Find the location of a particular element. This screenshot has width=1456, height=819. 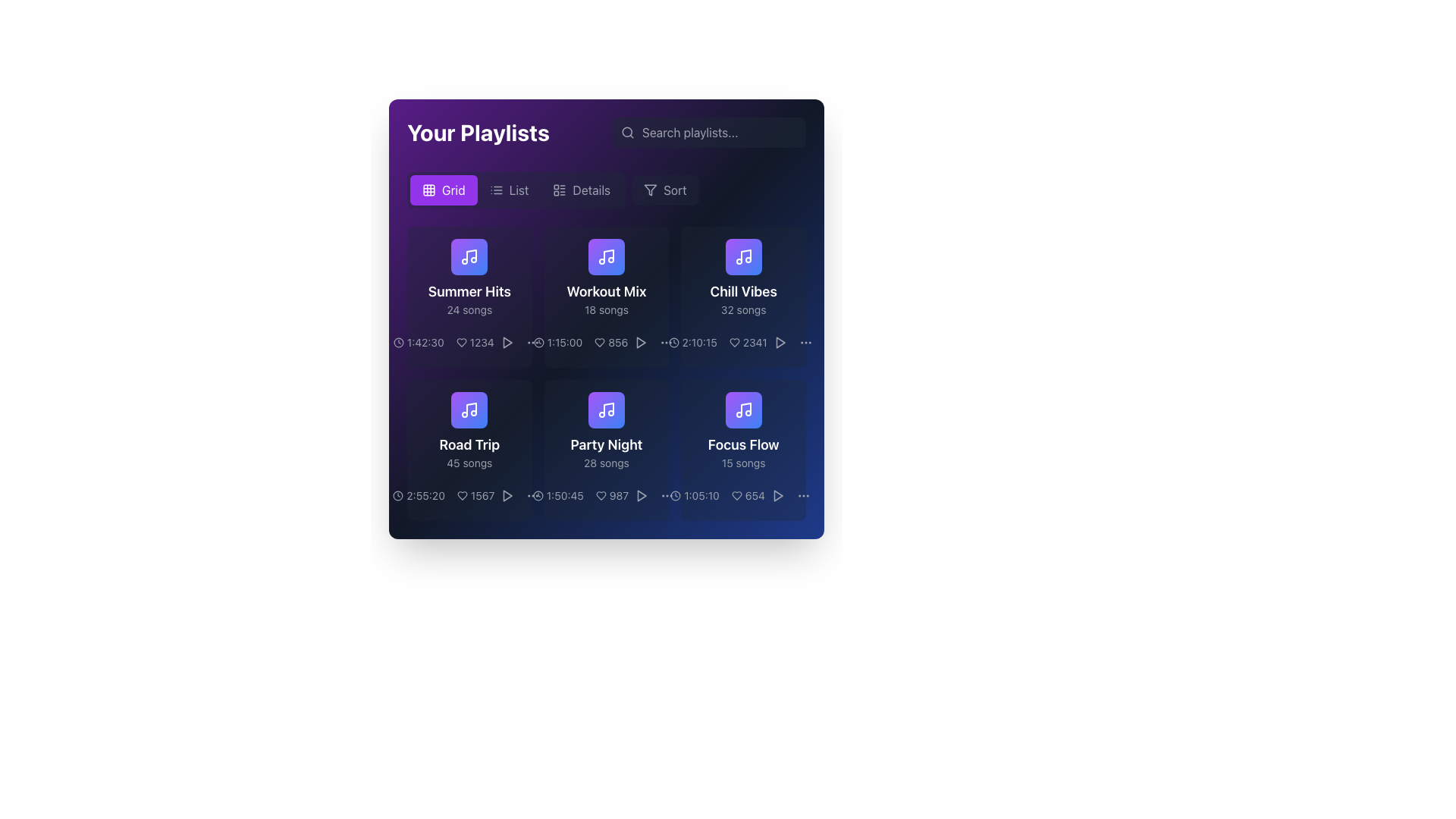

the text label displaying the number '987' within the 'Party Night' playlist section is located at coordinates (612, 496).